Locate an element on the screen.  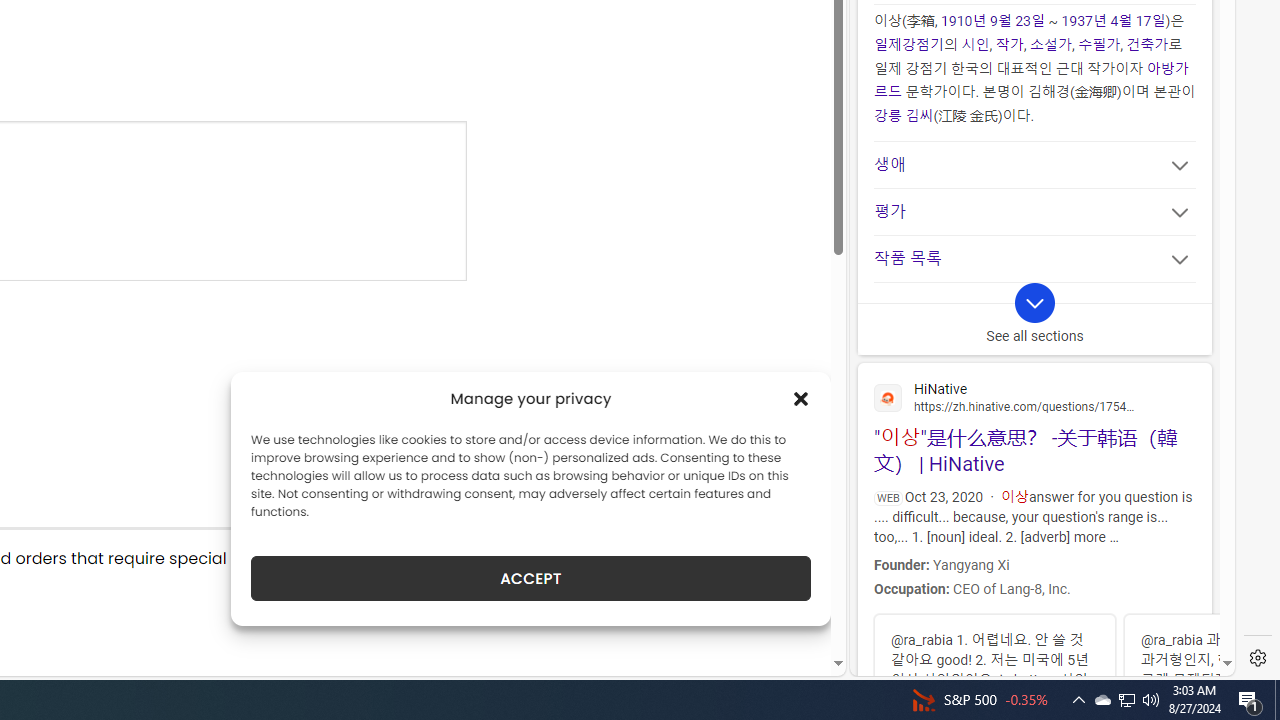
'HiNative' is located at coordinates (1034, 396).